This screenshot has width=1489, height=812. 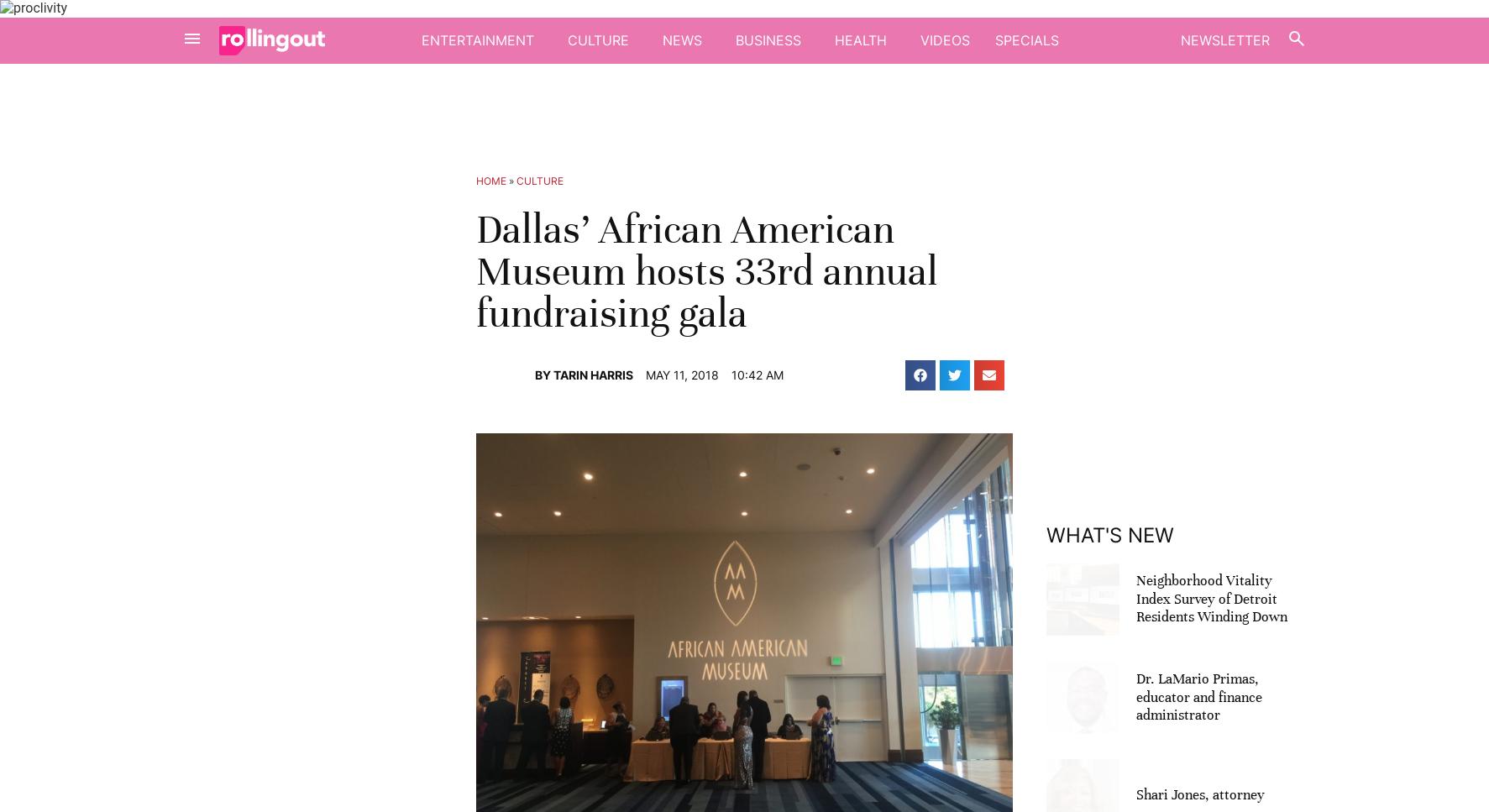 What do you see at coordinates (680, 373) in the screenshot?
I see `'May 11, 2018'` at bounding box center [680, 373].